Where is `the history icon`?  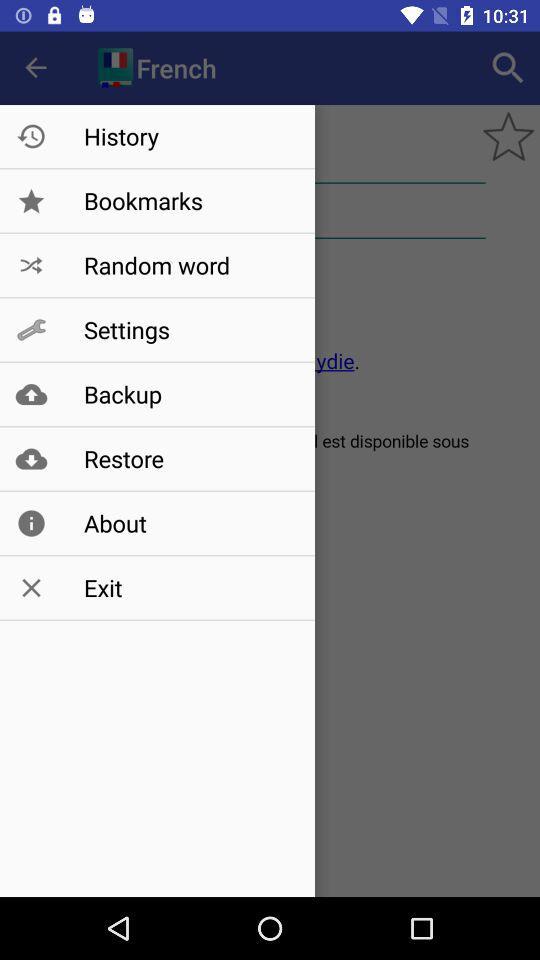 the history icon is located at coordinates (30, 135).